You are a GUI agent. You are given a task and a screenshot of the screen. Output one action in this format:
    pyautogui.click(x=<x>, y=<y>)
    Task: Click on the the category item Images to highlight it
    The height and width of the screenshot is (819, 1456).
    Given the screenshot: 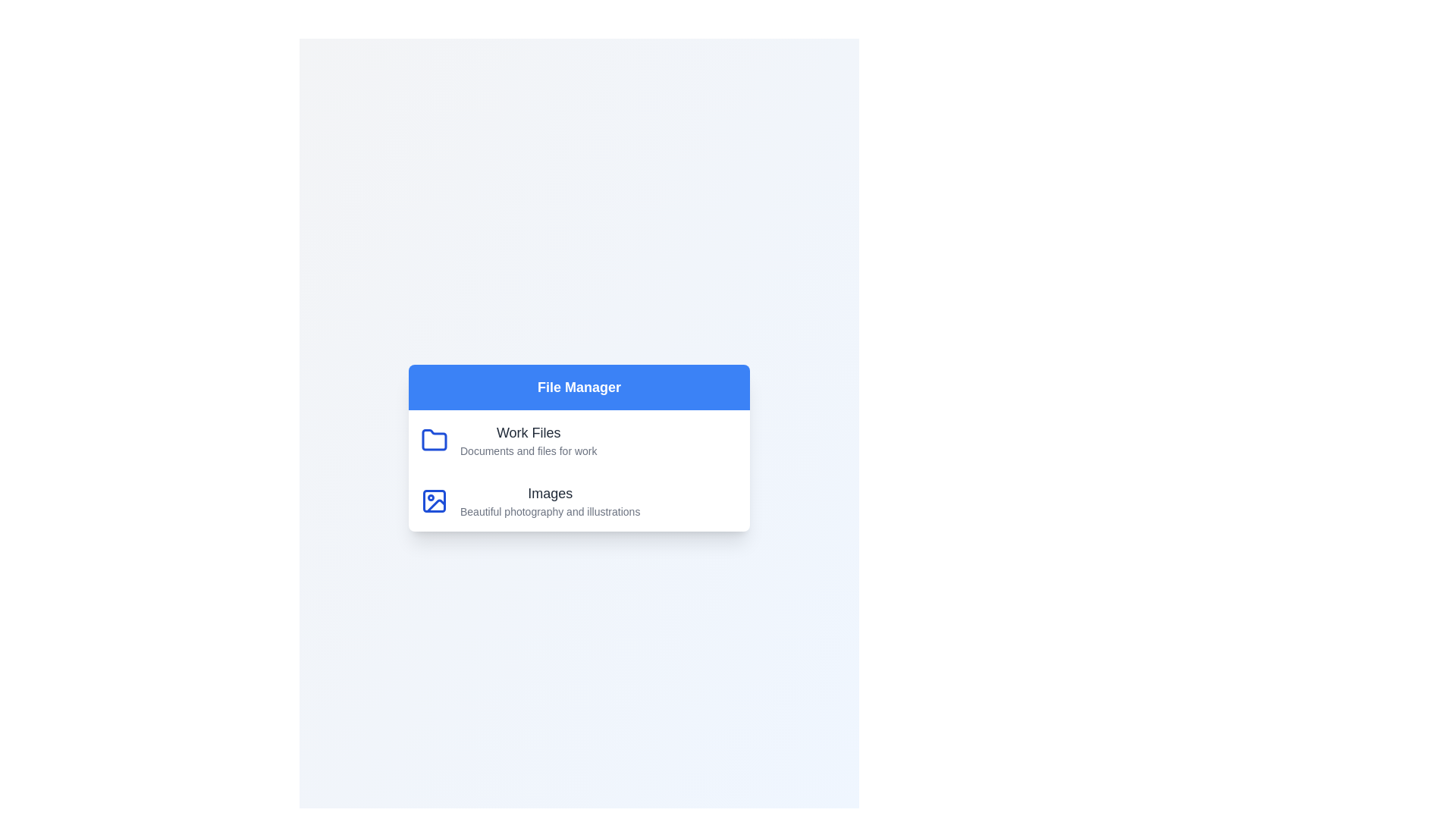 What is the action you would take?
    pyautogui.click(x=578, y=500)
    